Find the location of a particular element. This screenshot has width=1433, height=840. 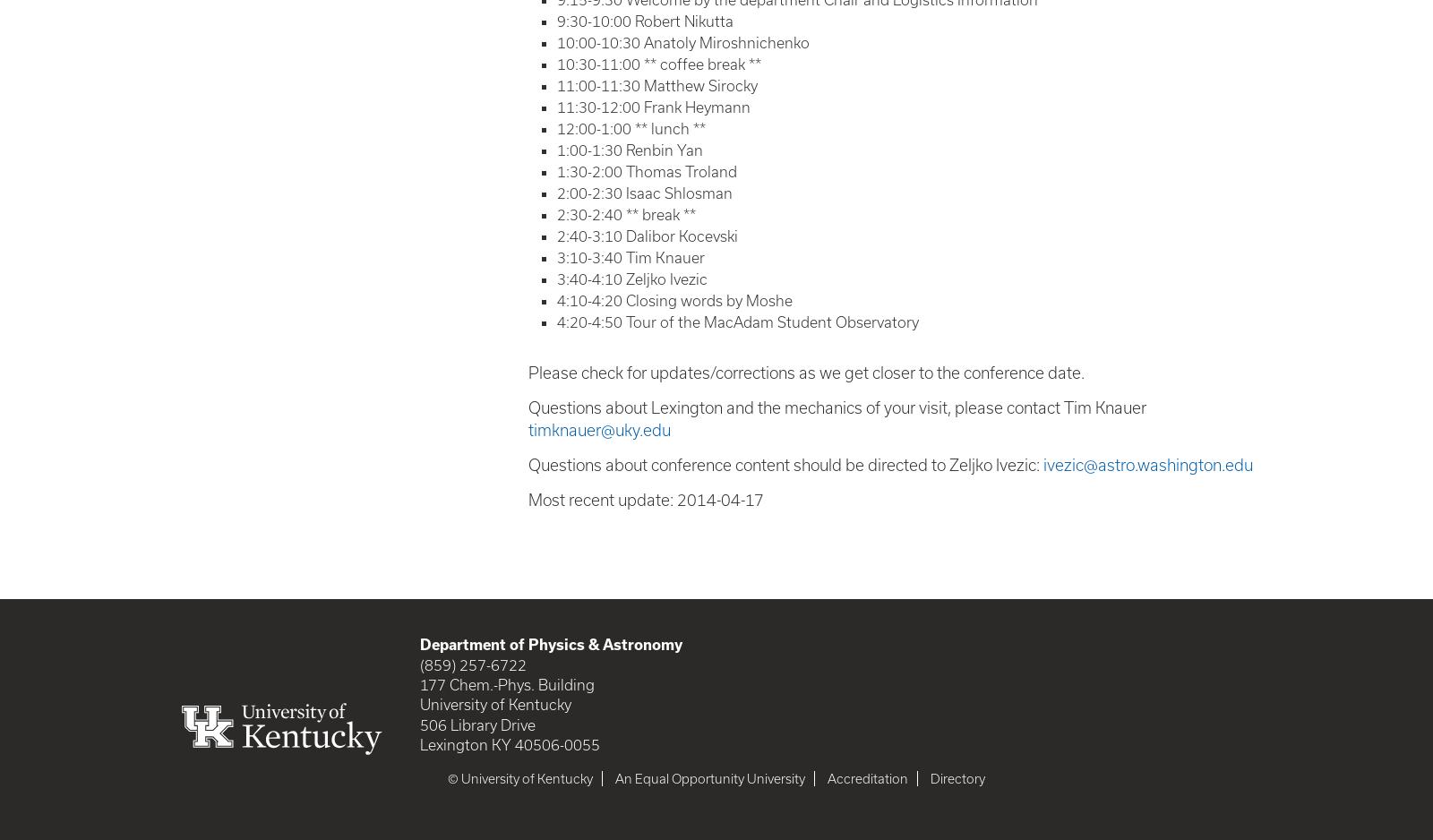

'© University of Kentucky' is located at coordinates (519, 777).